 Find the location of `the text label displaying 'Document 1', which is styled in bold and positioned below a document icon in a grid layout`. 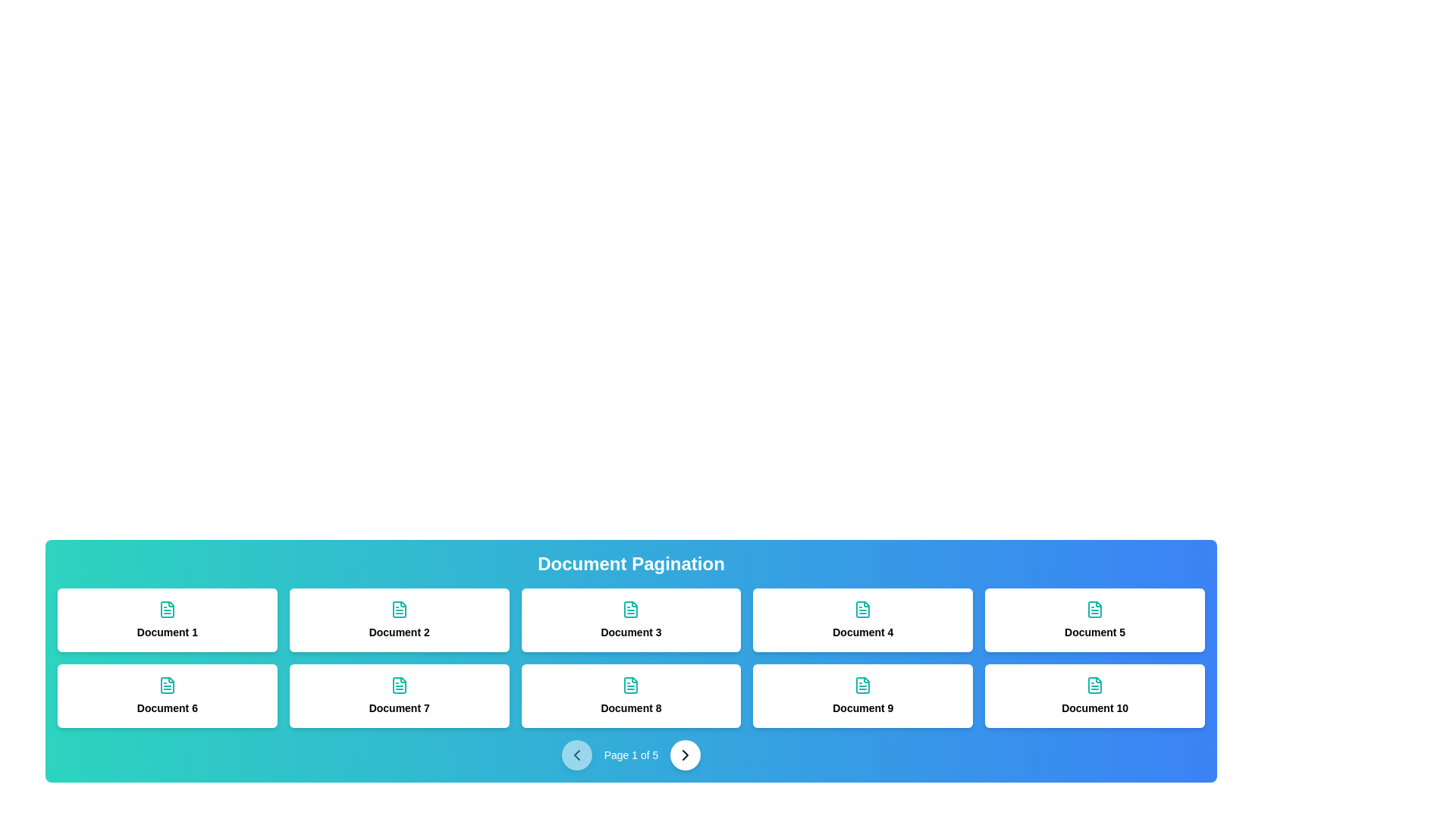

the text label displaying 'Document 1', which is styled in bold and positioned below a document icon in a grid layout is located at coordinates (167, 632).